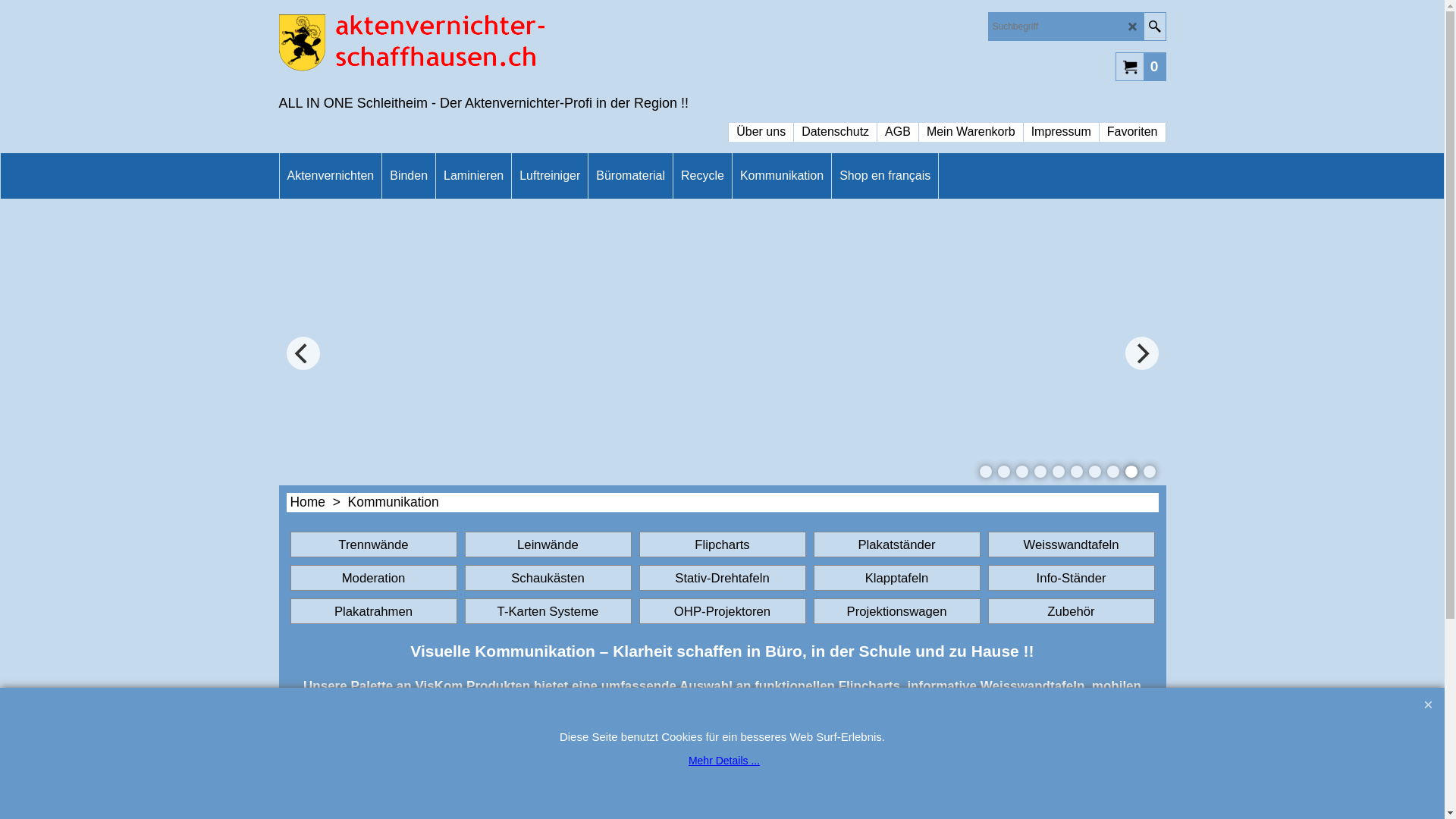  What do you see at coordinates (548, 174) in the screenshot?
I see `'Luftreiniger'` at bounding box center [548, 174].